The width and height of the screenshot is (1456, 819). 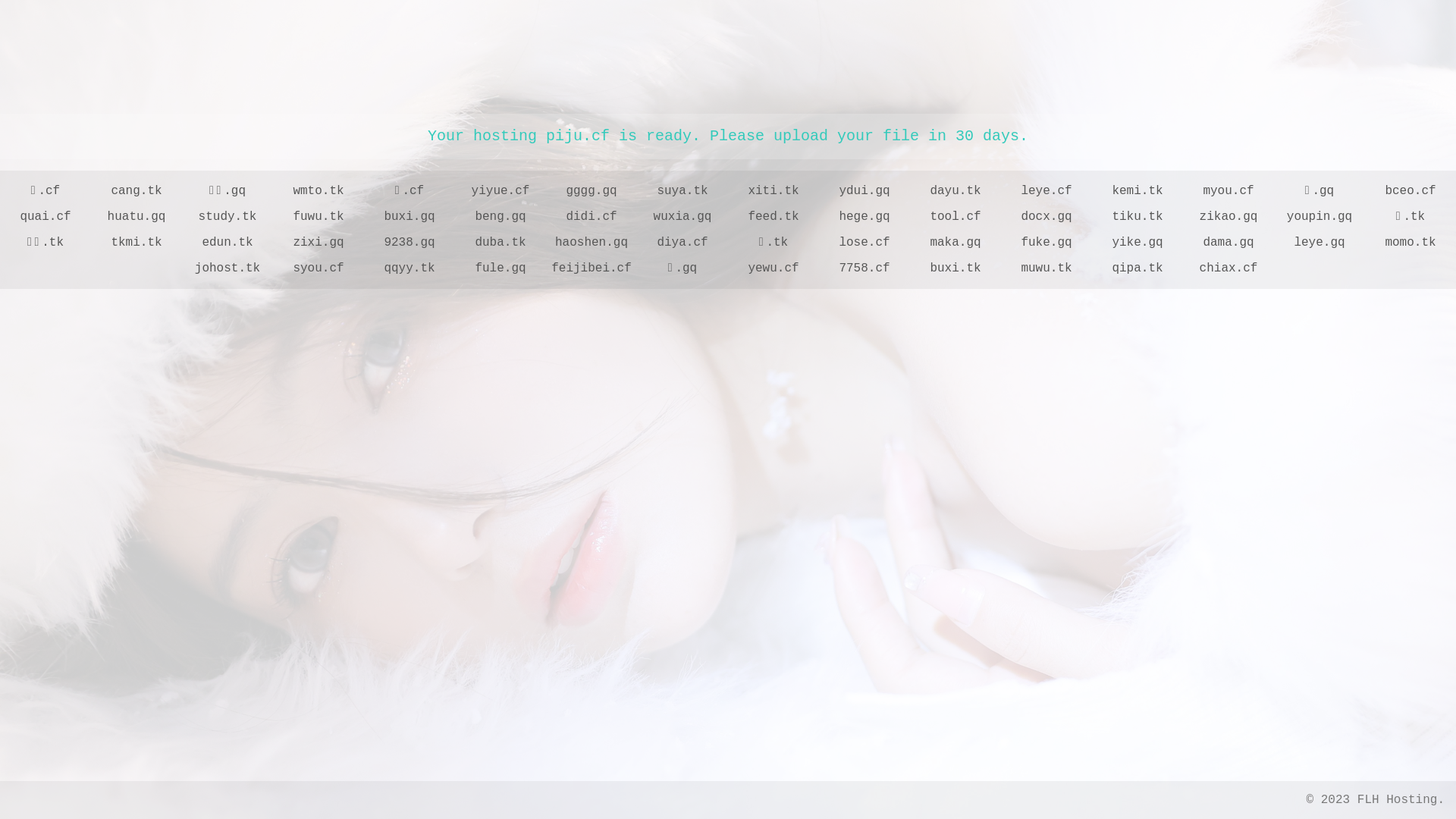 What do you see at coordinates (136, 190) in the screenshot?
I see `'cang.tk'` at bounding box center [136, 190].